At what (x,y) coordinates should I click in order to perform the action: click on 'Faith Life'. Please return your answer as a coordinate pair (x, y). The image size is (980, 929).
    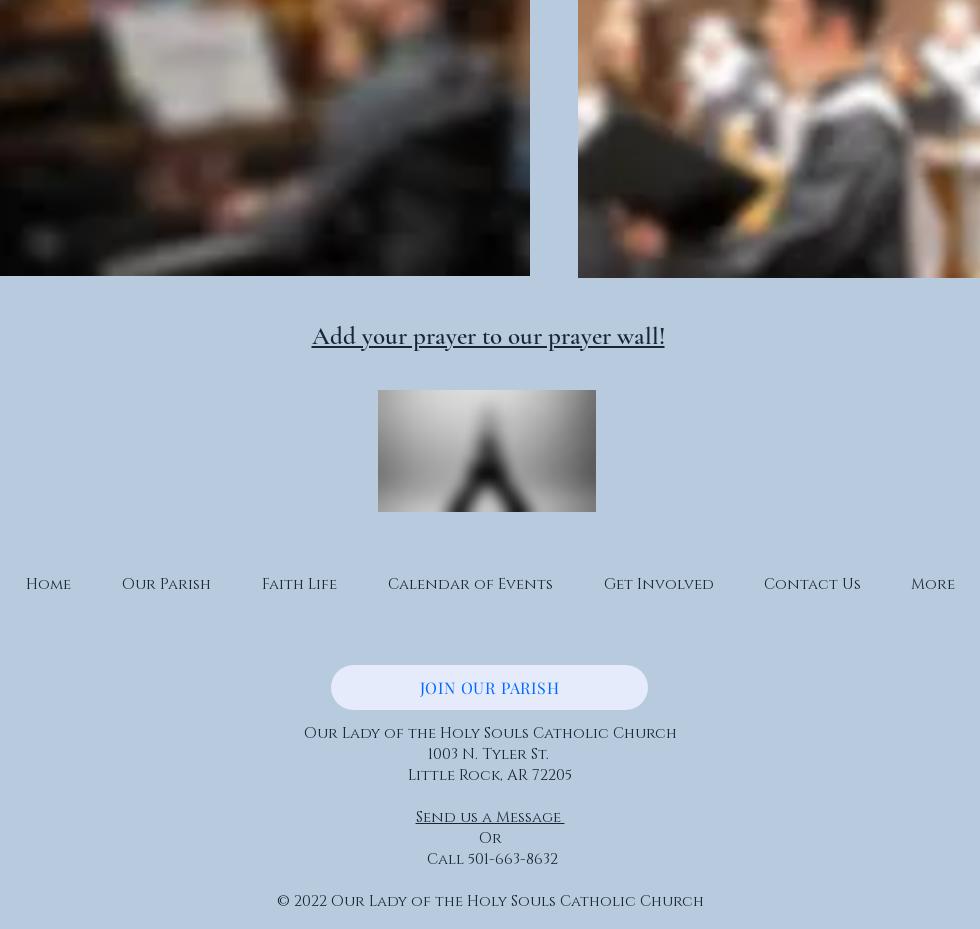
    Looking at the image, I should click on (260, 583).